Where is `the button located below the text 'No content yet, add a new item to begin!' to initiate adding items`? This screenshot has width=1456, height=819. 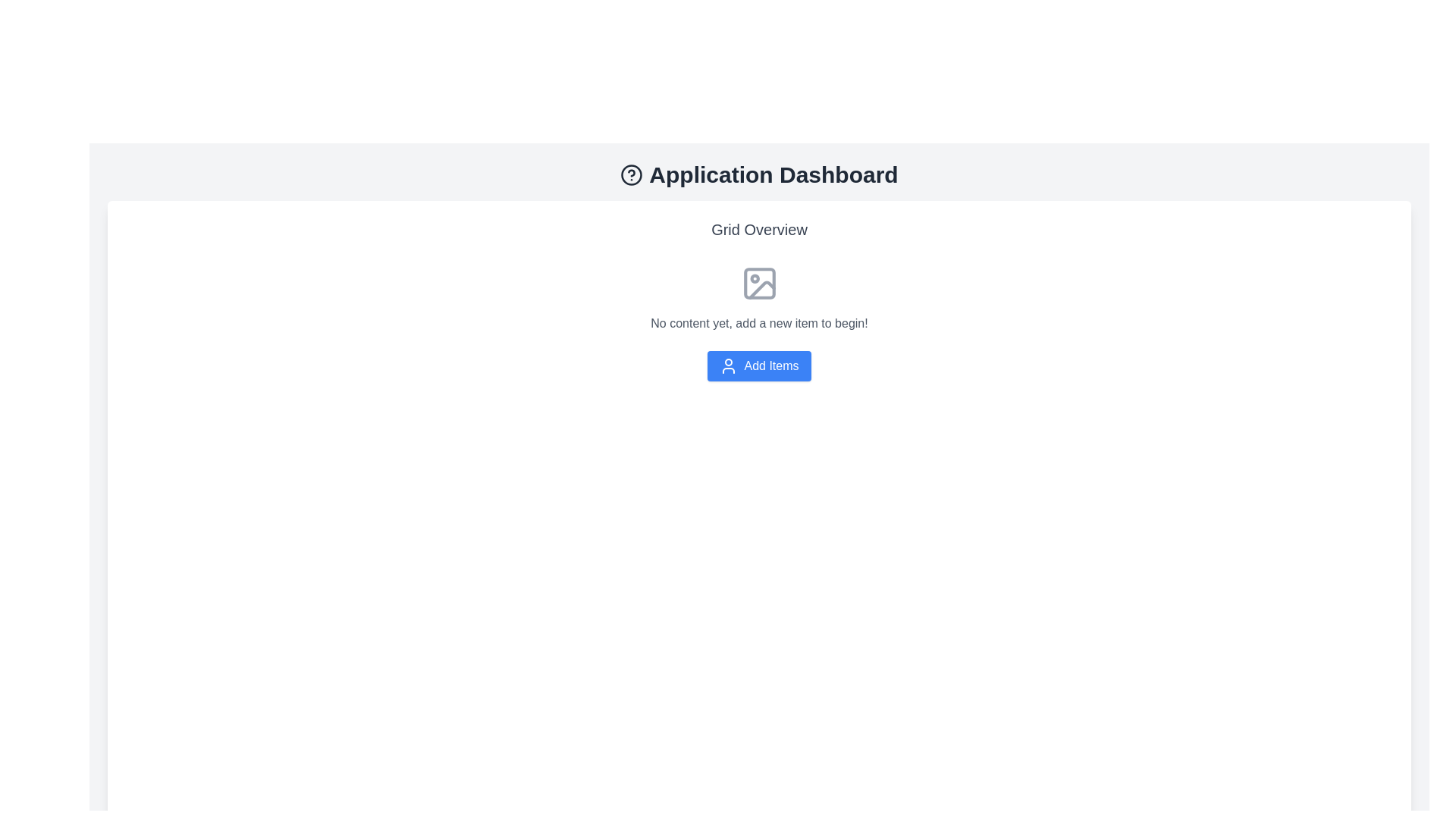
the button located below the text 'No content yet, add a new item to begin!' to initiate adding items is located at coordinates (759, 366).